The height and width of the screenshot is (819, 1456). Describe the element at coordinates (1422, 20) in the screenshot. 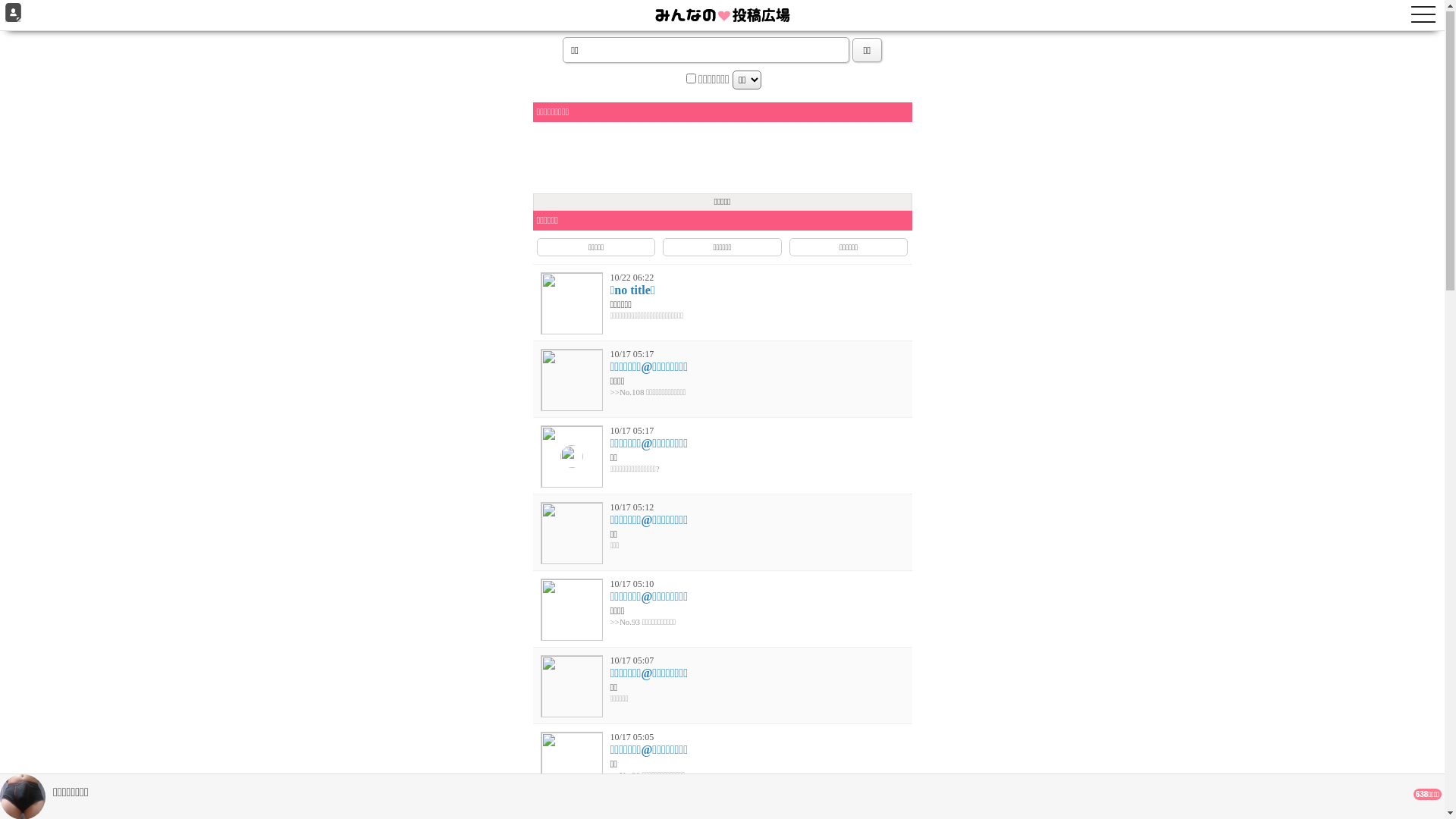

I see `'toggle navigation'` at that location.